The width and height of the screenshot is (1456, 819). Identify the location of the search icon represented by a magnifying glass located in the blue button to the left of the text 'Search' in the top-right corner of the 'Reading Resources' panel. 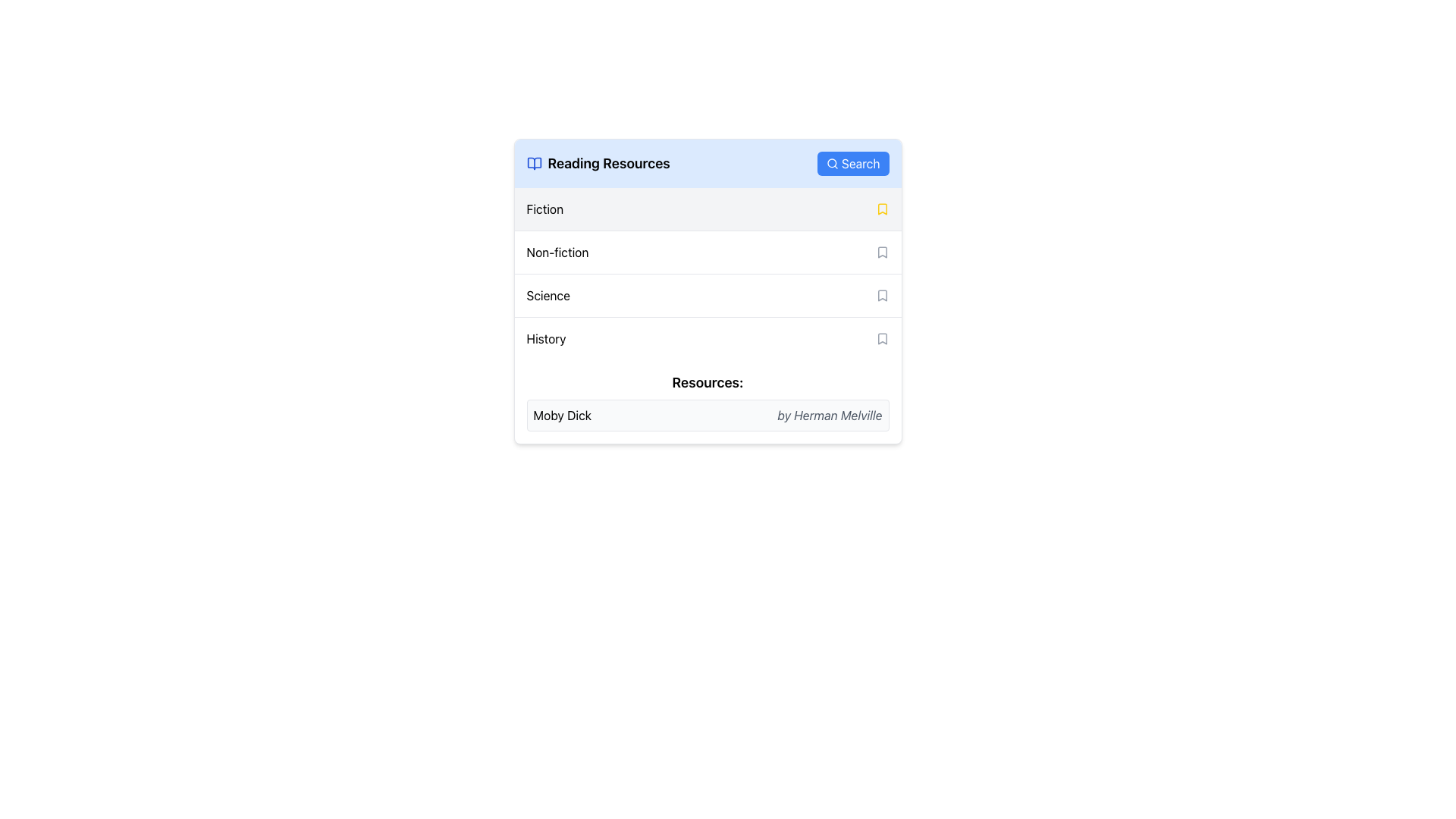
(832, 164).